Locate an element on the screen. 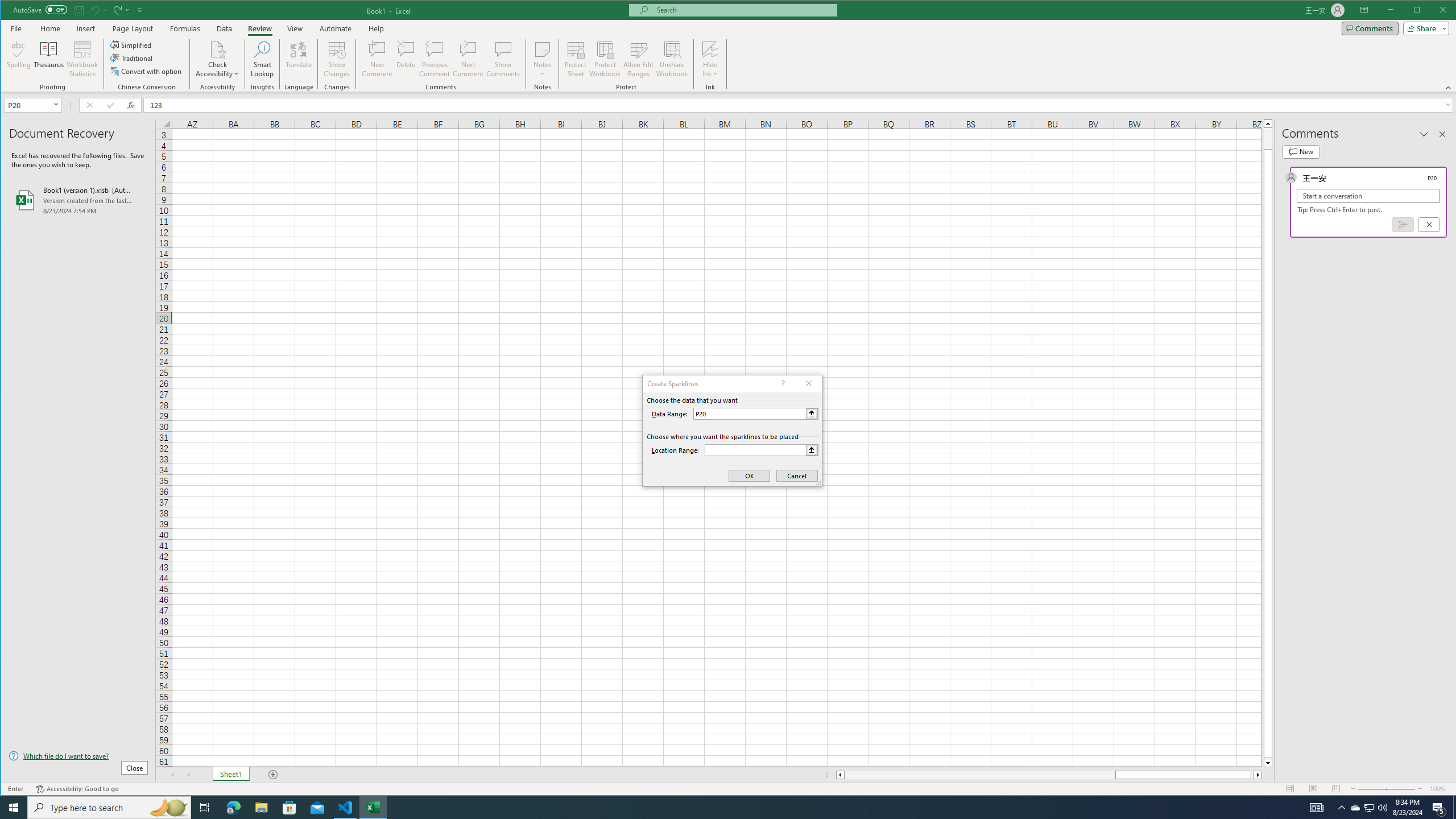 Image resolution: width=1456 pixels, height=819 pixels. 'Automate' is located at coordinates (336, 28).